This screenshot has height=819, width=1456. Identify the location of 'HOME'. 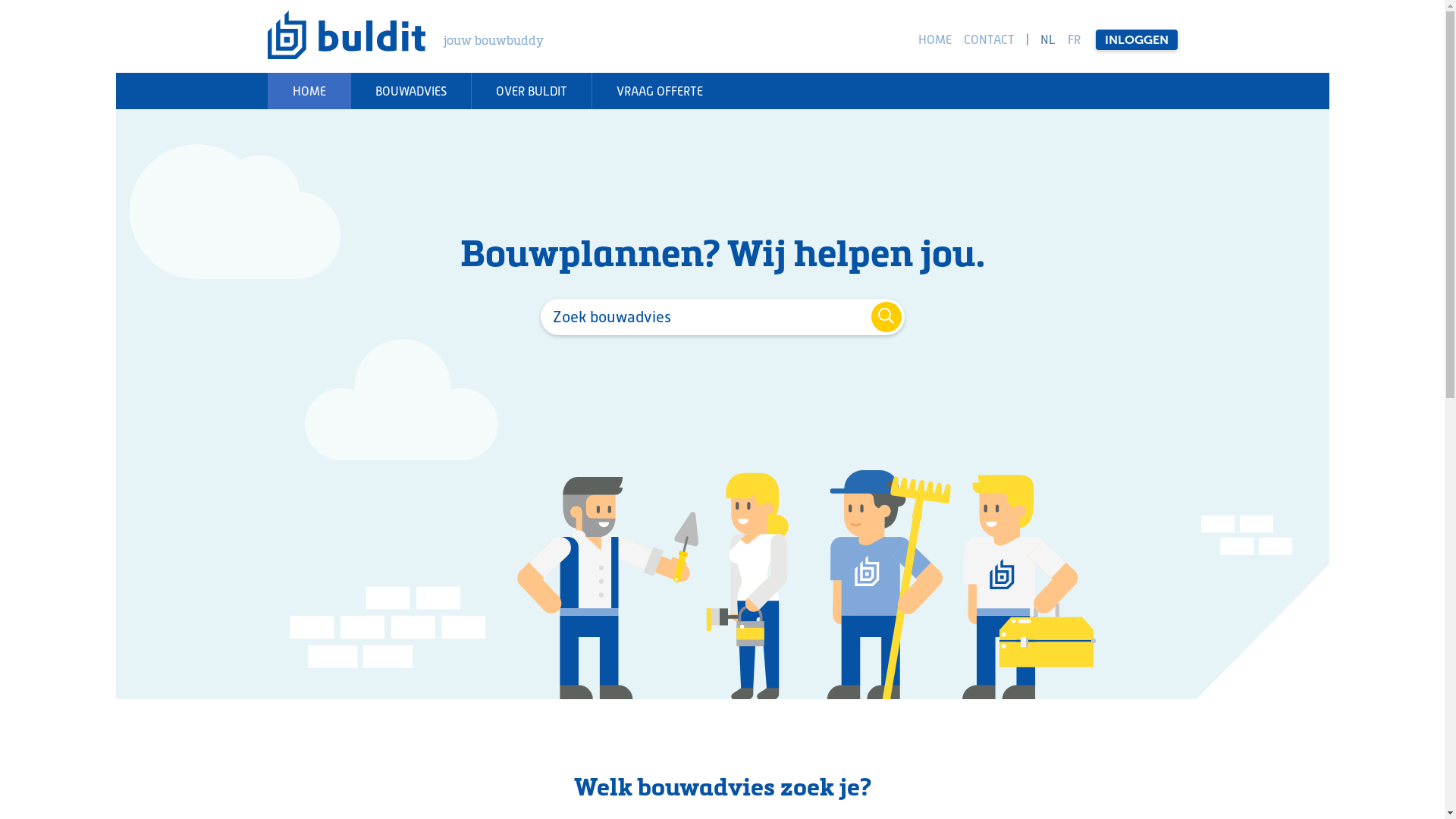
(307, 90).